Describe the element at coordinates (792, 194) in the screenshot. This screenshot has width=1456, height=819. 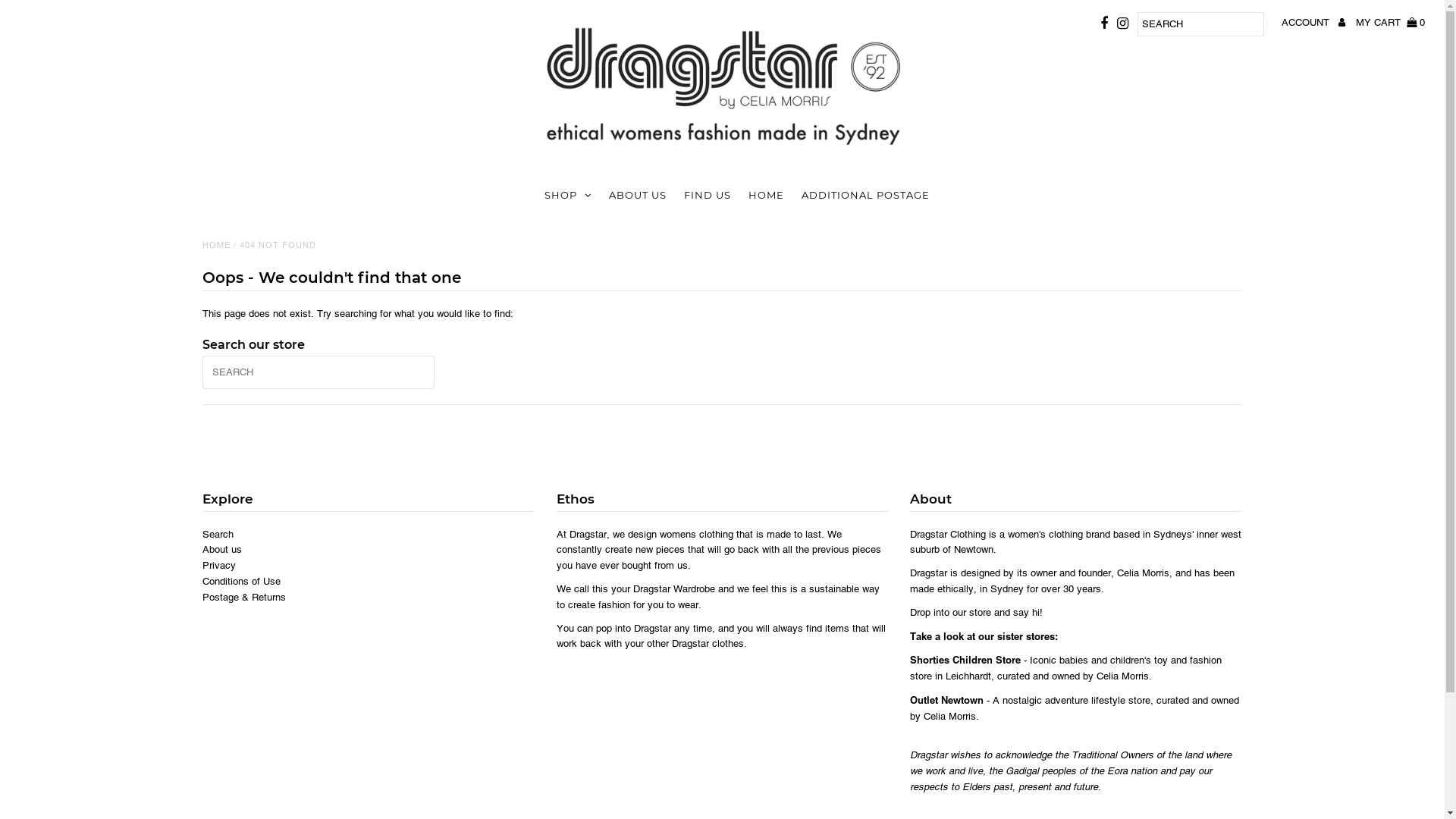
I see `'ADDITIONAL POSTAGE'` at that location.